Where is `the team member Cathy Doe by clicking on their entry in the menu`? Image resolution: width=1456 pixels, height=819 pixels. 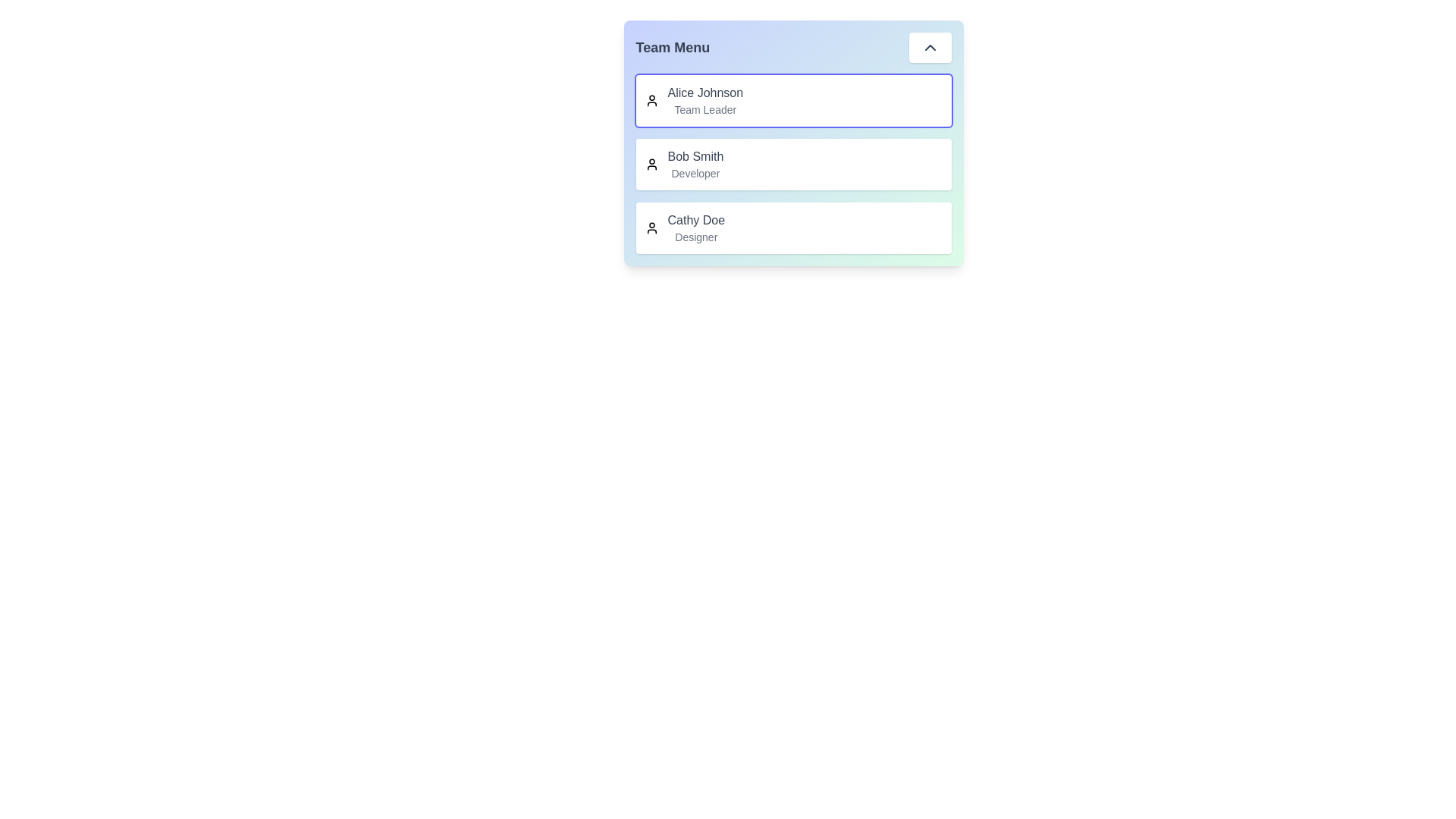 the team member Cathy Doe by clicking on their entry in the menu is located at coordinates (792, 227).